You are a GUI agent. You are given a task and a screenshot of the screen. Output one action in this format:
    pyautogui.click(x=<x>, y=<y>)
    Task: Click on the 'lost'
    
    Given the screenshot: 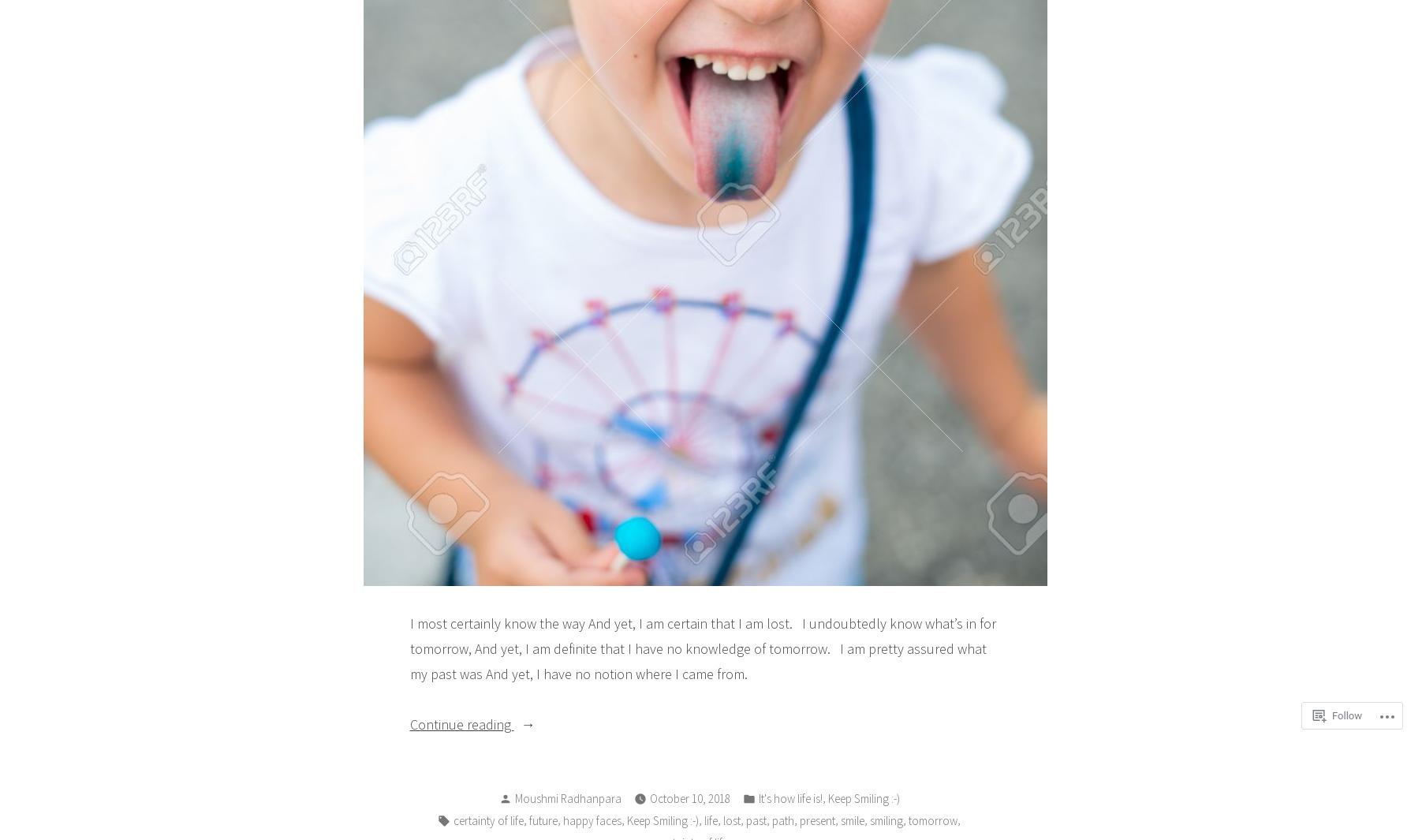 What is the action you would take?
    pyautogui.click(x=730, y=819)
    